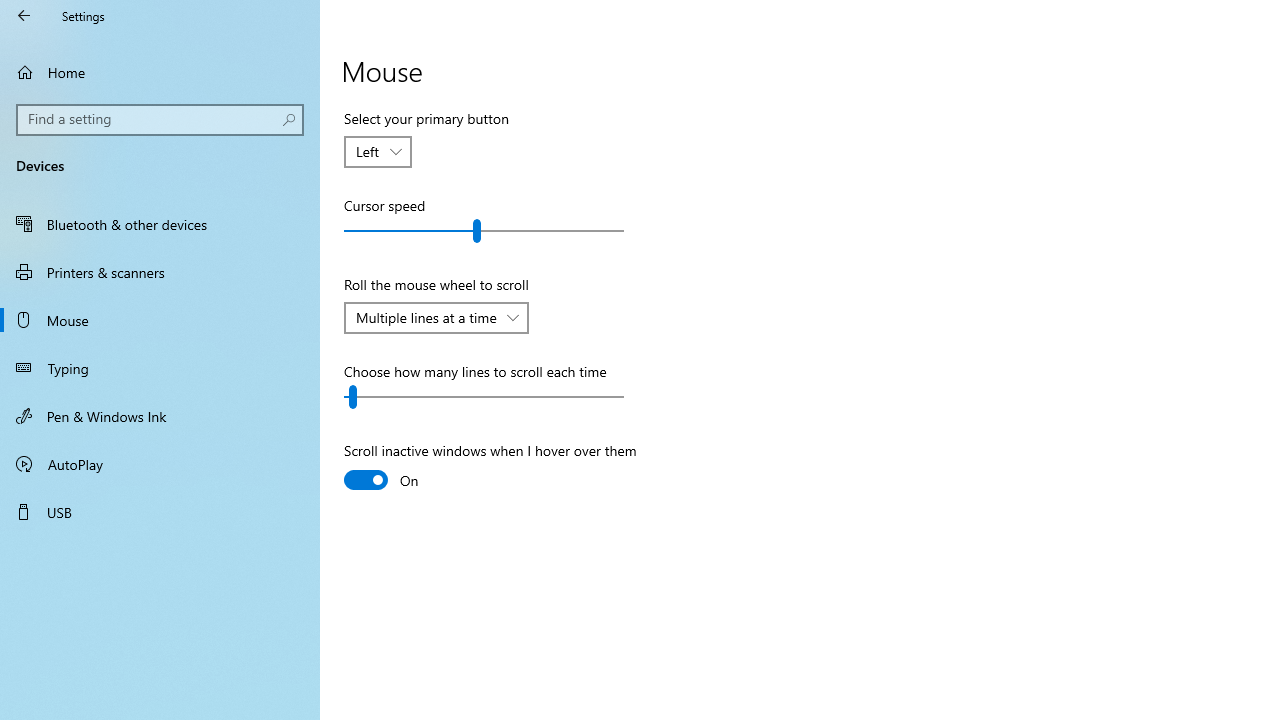  Describe the element at coordinates (160, 464) in the screenshot. I see `'AutoPlay'` at that location.